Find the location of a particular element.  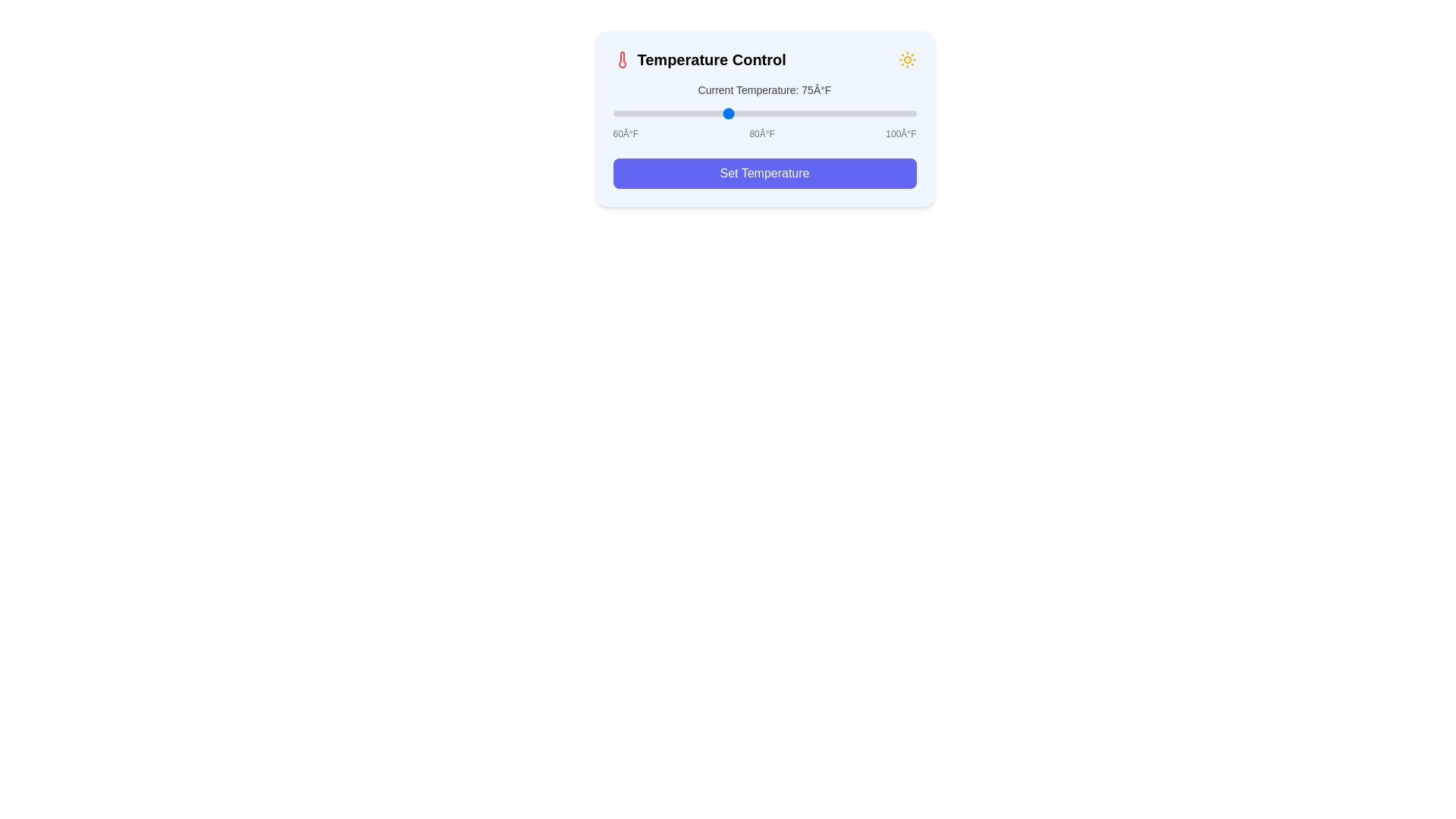

the temperature is located at coordinates (726, 113).